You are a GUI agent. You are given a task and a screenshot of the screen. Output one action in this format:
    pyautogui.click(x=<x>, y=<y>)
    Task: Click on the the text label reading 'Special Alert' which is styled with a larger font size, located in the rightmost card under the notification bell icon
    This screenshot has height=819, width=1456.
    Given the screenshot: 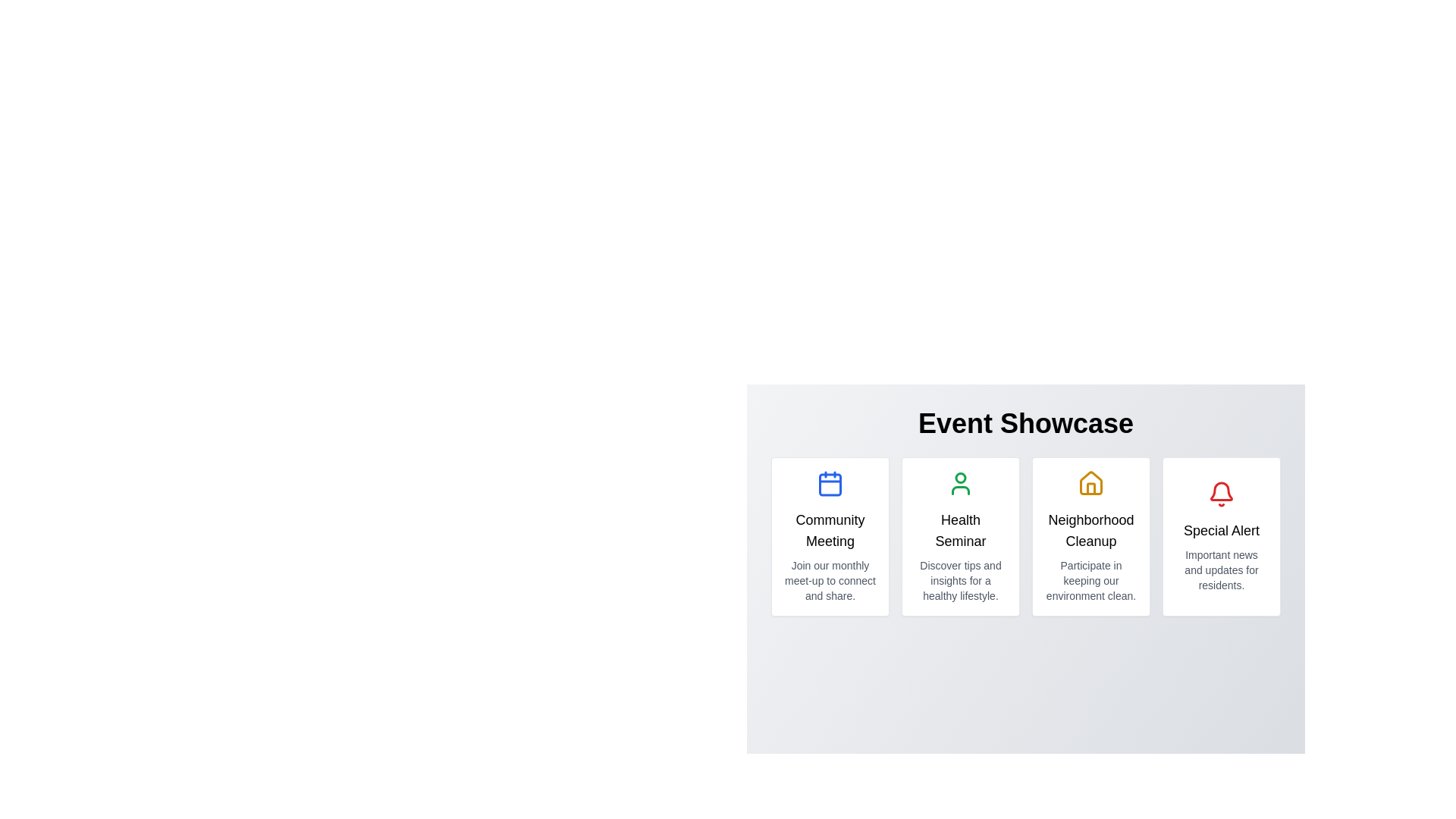 What is the action you would take?
    pyautogui.click(x=1222, y=529)
    